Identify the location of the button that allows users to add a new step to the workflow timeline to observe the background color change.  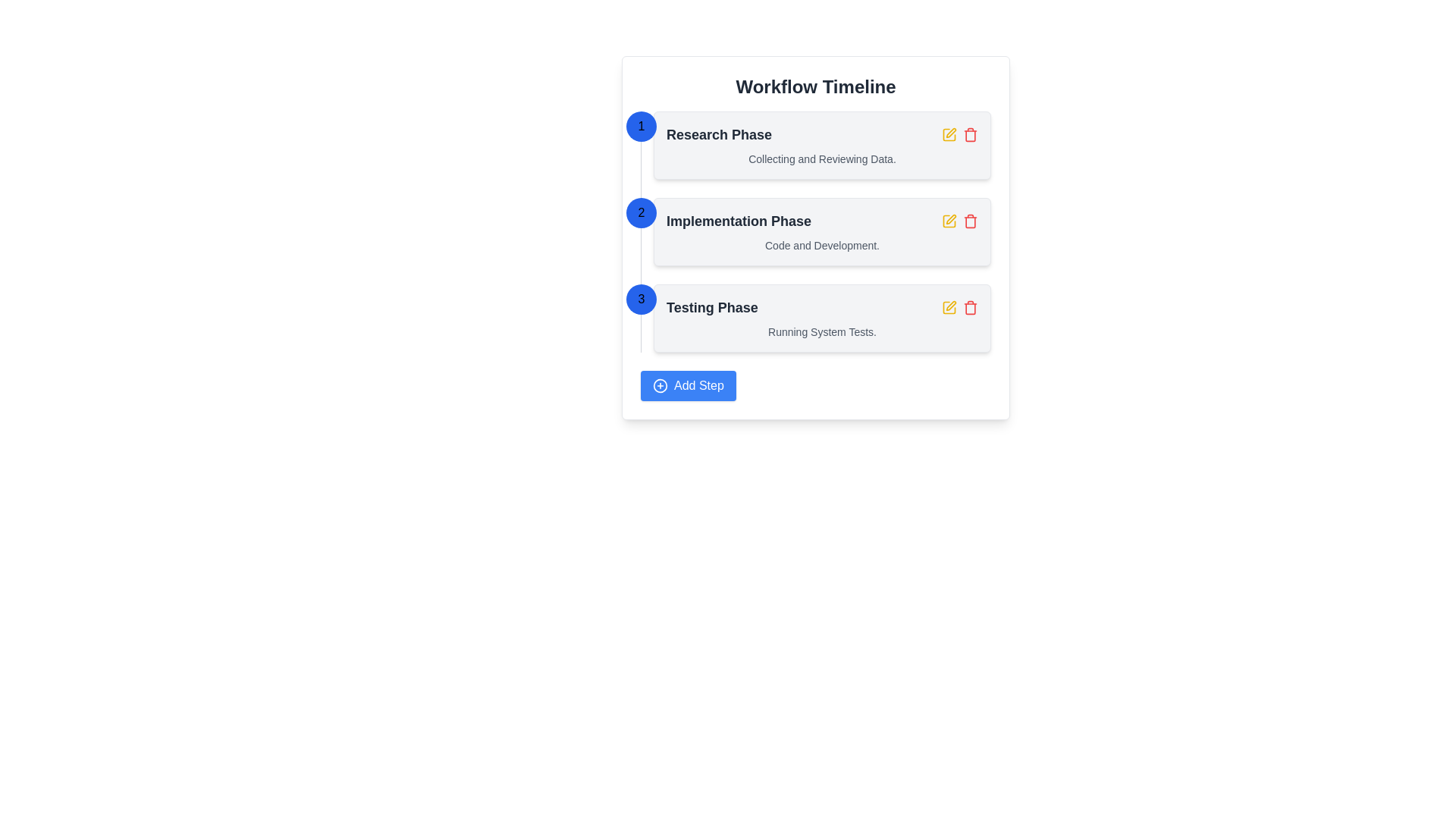
(687, 385).